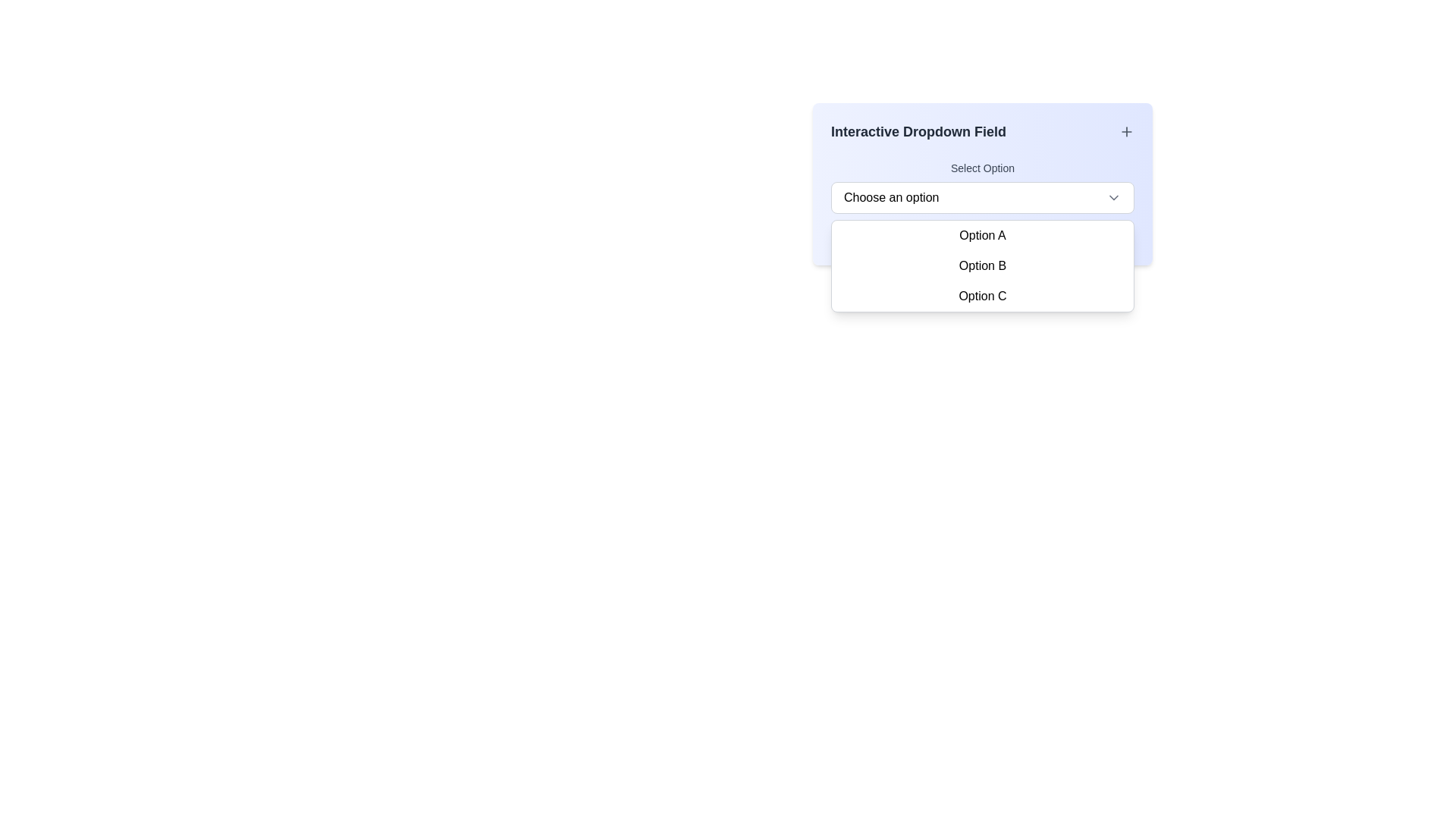 The height and width of the screenshot is (819, 1456). What do you see at coordinates (918, 130) in the screenshot?
I see `the text label that indicates the purpose of the dropdown menu for copying` at bounding box center [918, 130].